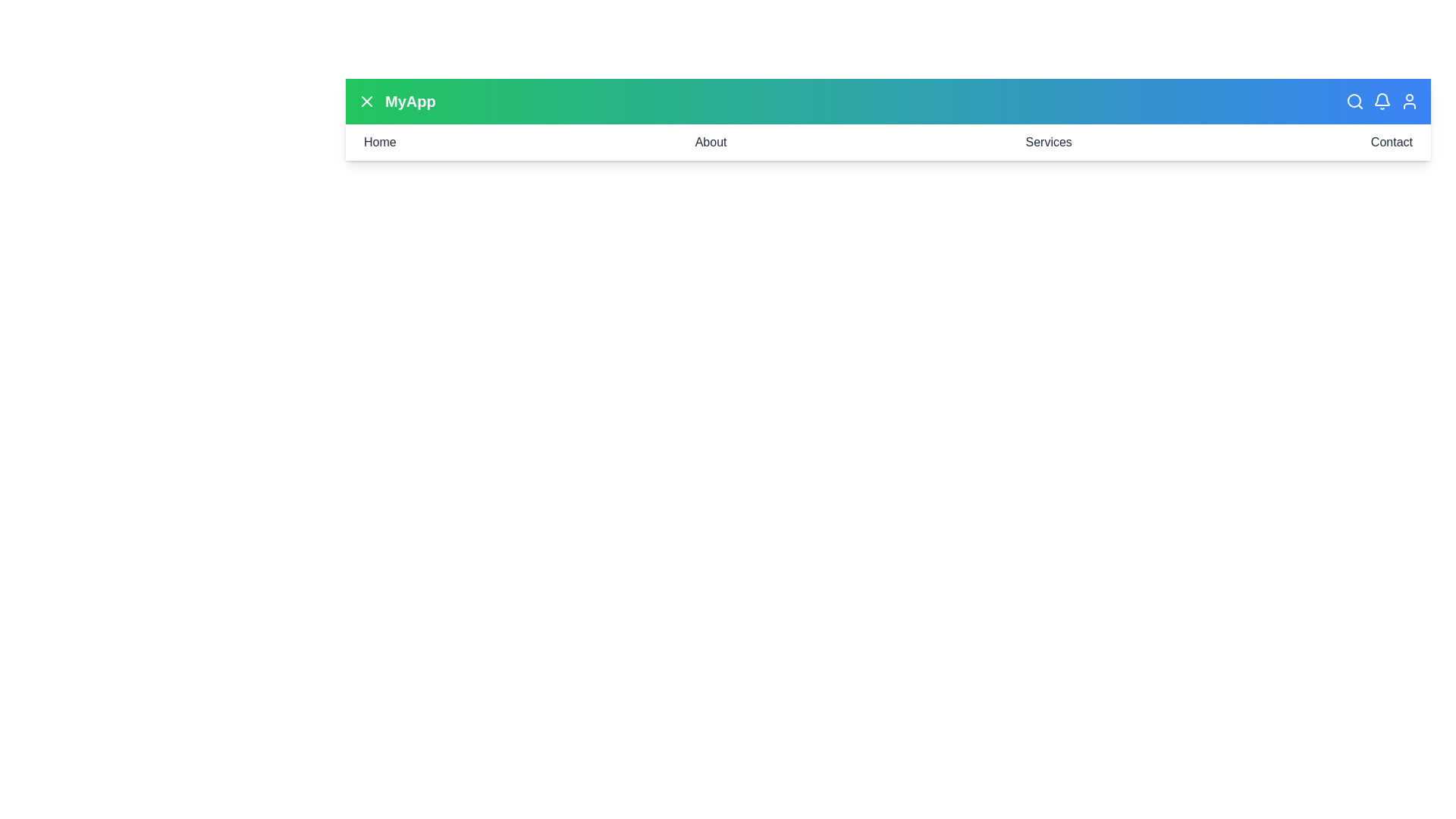 The image size is (1456, 819). What do you see at coordinates (367, 102) in the screenshot?
I see `the menu icon to toggle the menu visibility` at bounding box center [367, 102].